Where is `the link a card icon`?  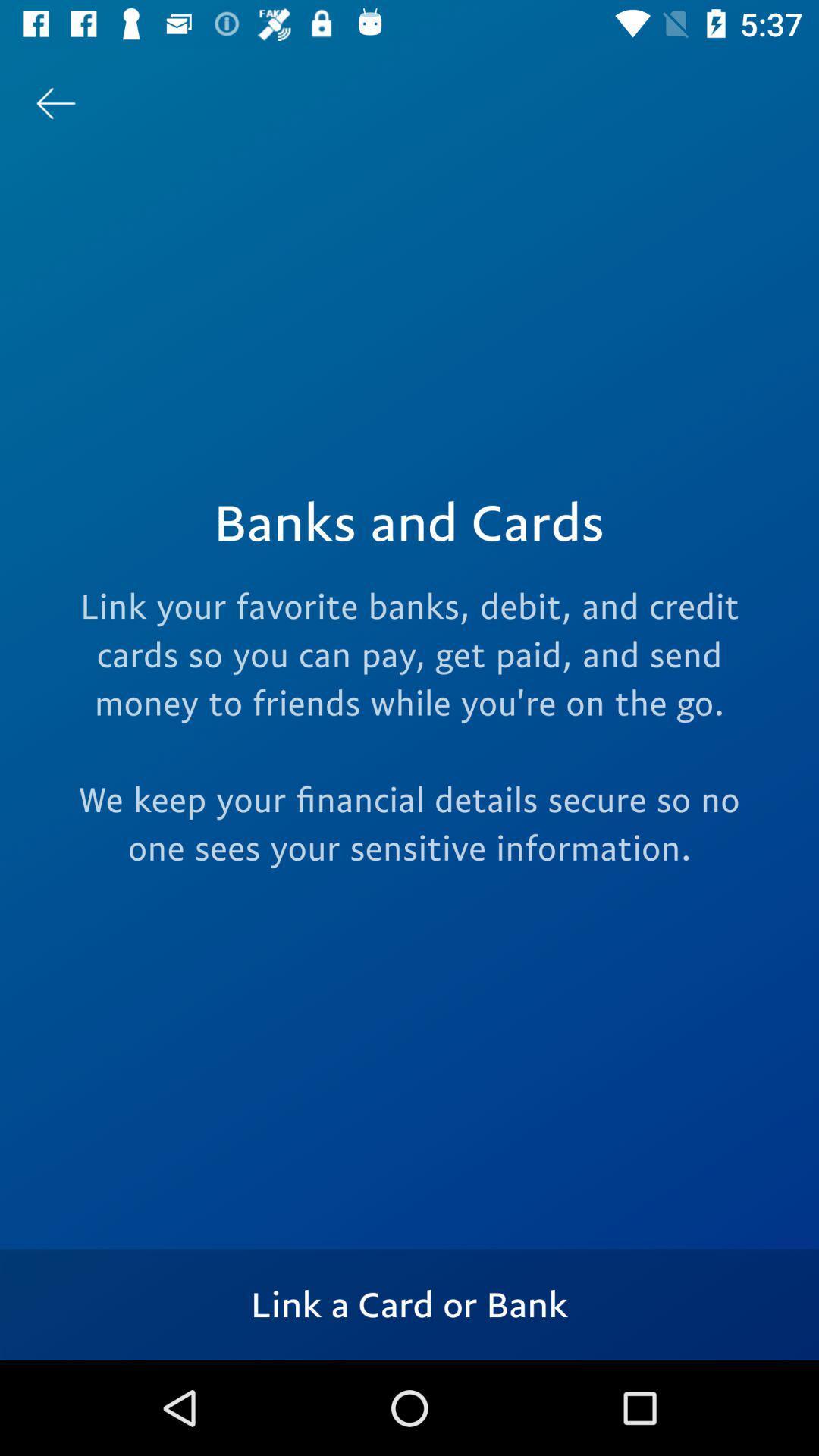 the link a card icon is located at coordinates (409, 1304).